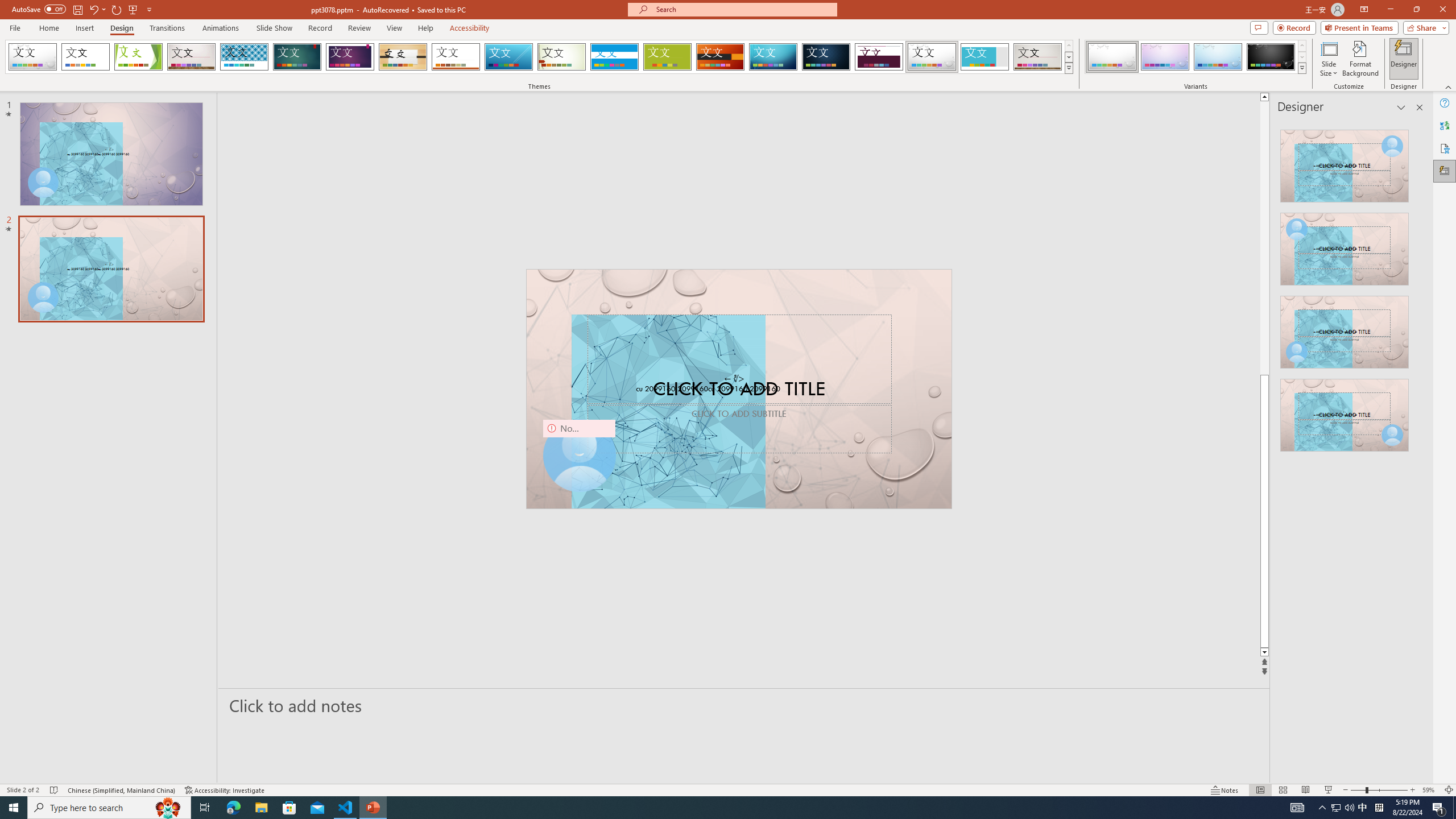  Describe the element at coordinates (578, 455) in the screenshot. I see `'Camera 9, No camera detected.'` at that location.